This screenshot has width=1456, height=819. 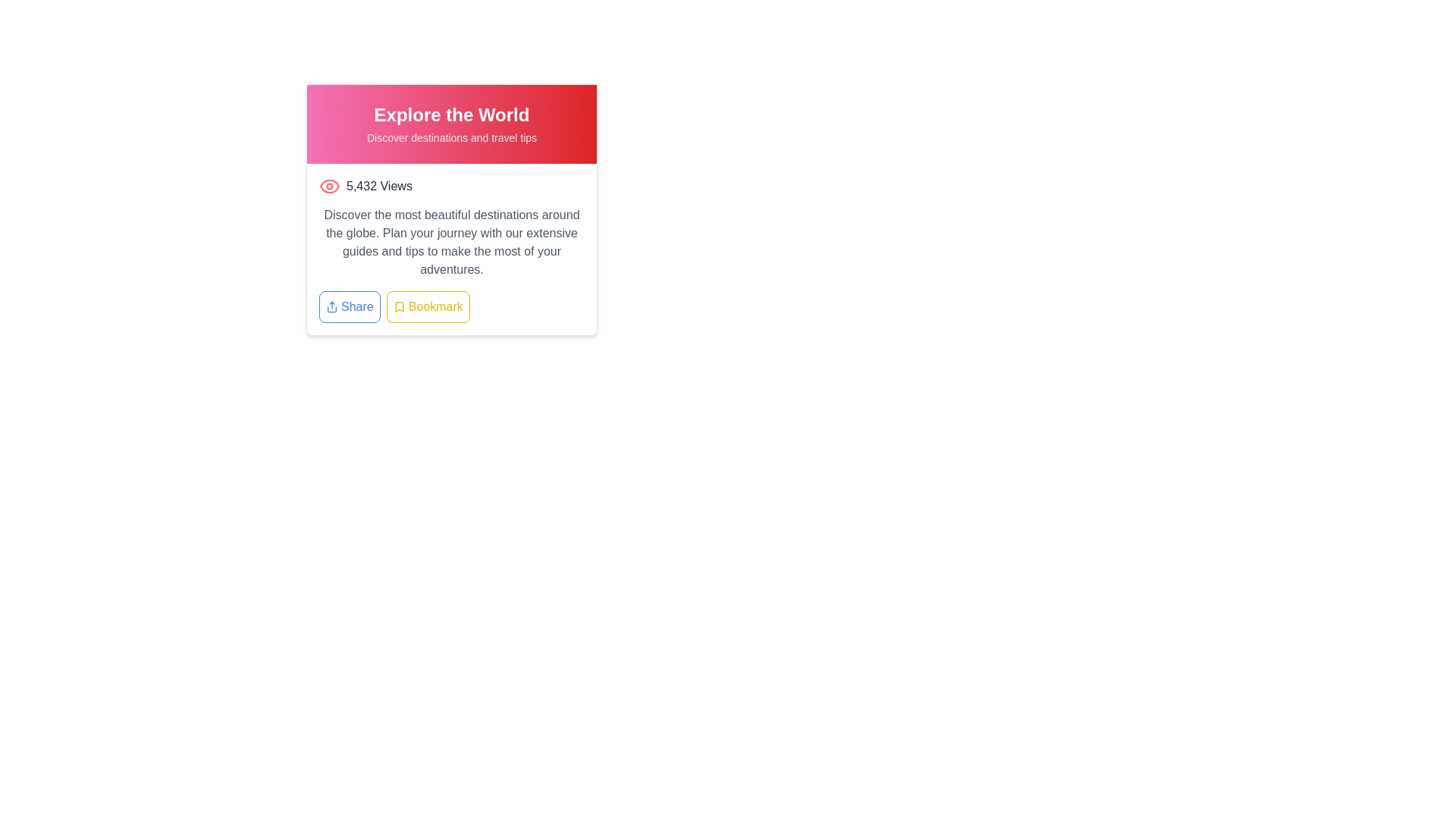 What do you see at coordinates (399, 307) in the screenshot?
I see `the small bookmark-shaped icon with a yellow border located next to the 'Bookmark' text, which is part of the button in the bottom right area of the card component` at bounding box center [399, 307].